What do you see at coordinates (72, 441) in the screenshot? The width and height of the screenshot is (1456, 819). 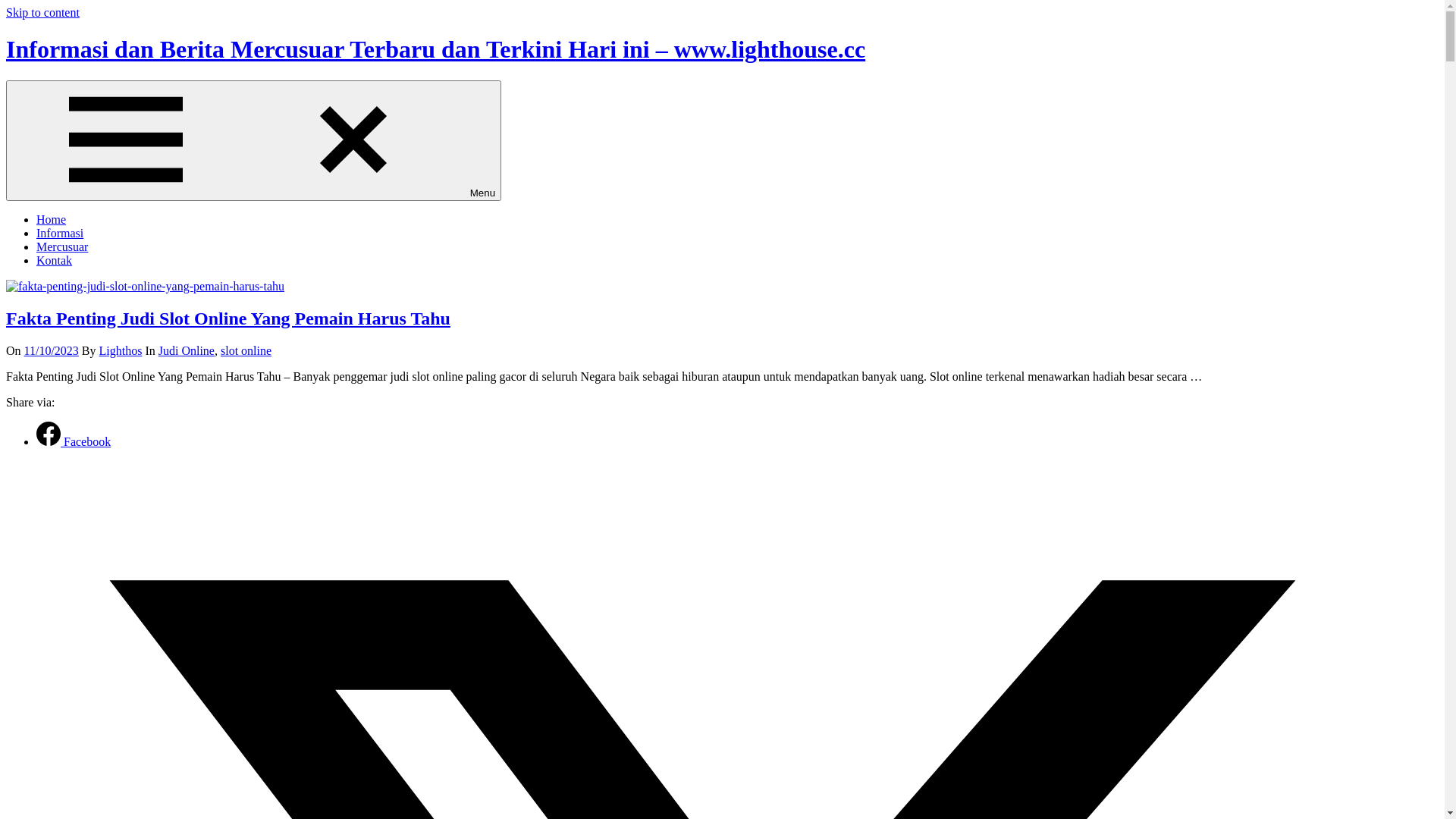 I see `'Facebook'` at bounding box center [72, 441].